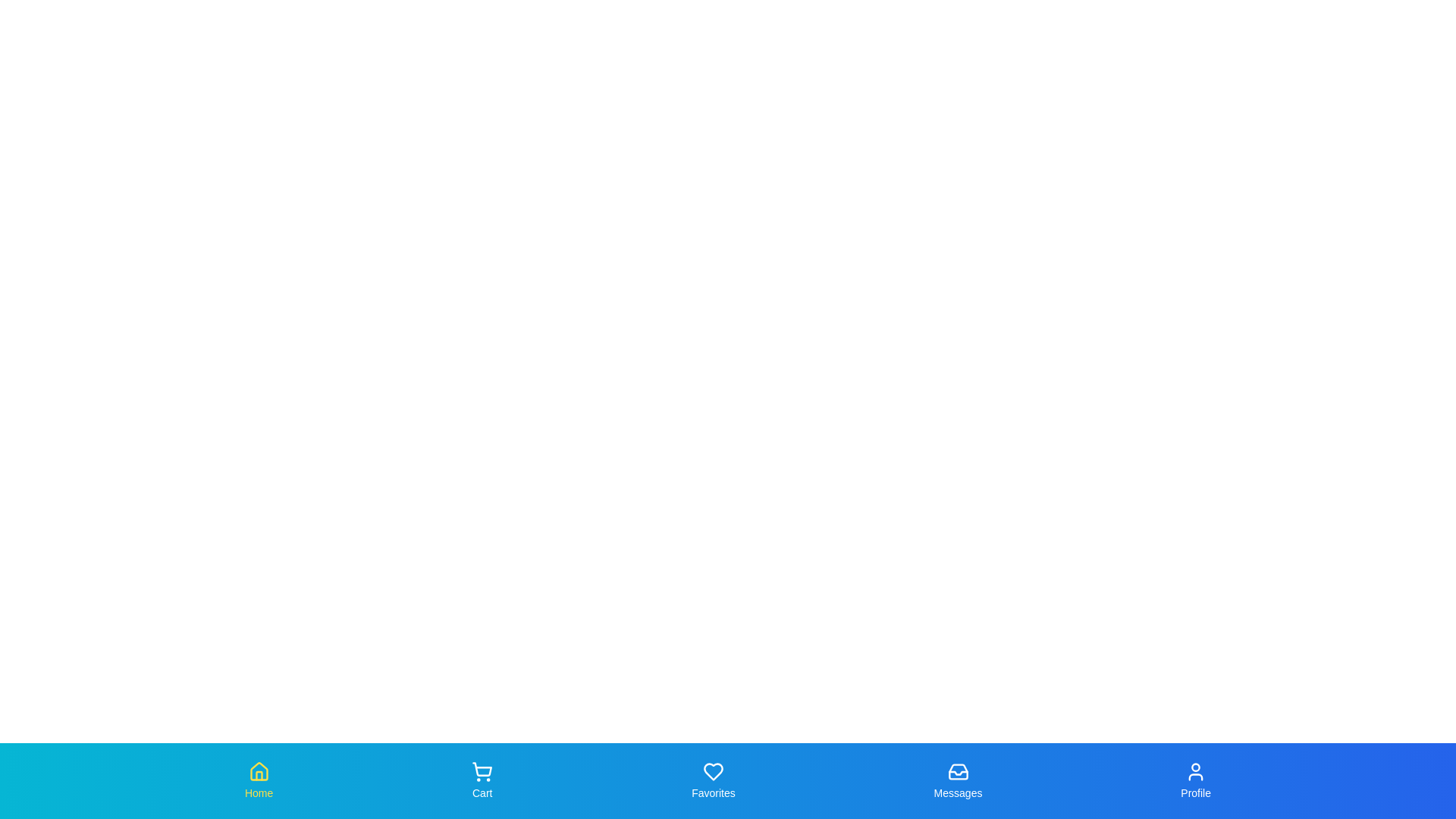 The height and width of the screenshot is (819, 1456). What do you see at coordinates (712, 780) in the screenshot?
I see `the Favorites tab to observe its hover effect` at bounding box center [712, 780].